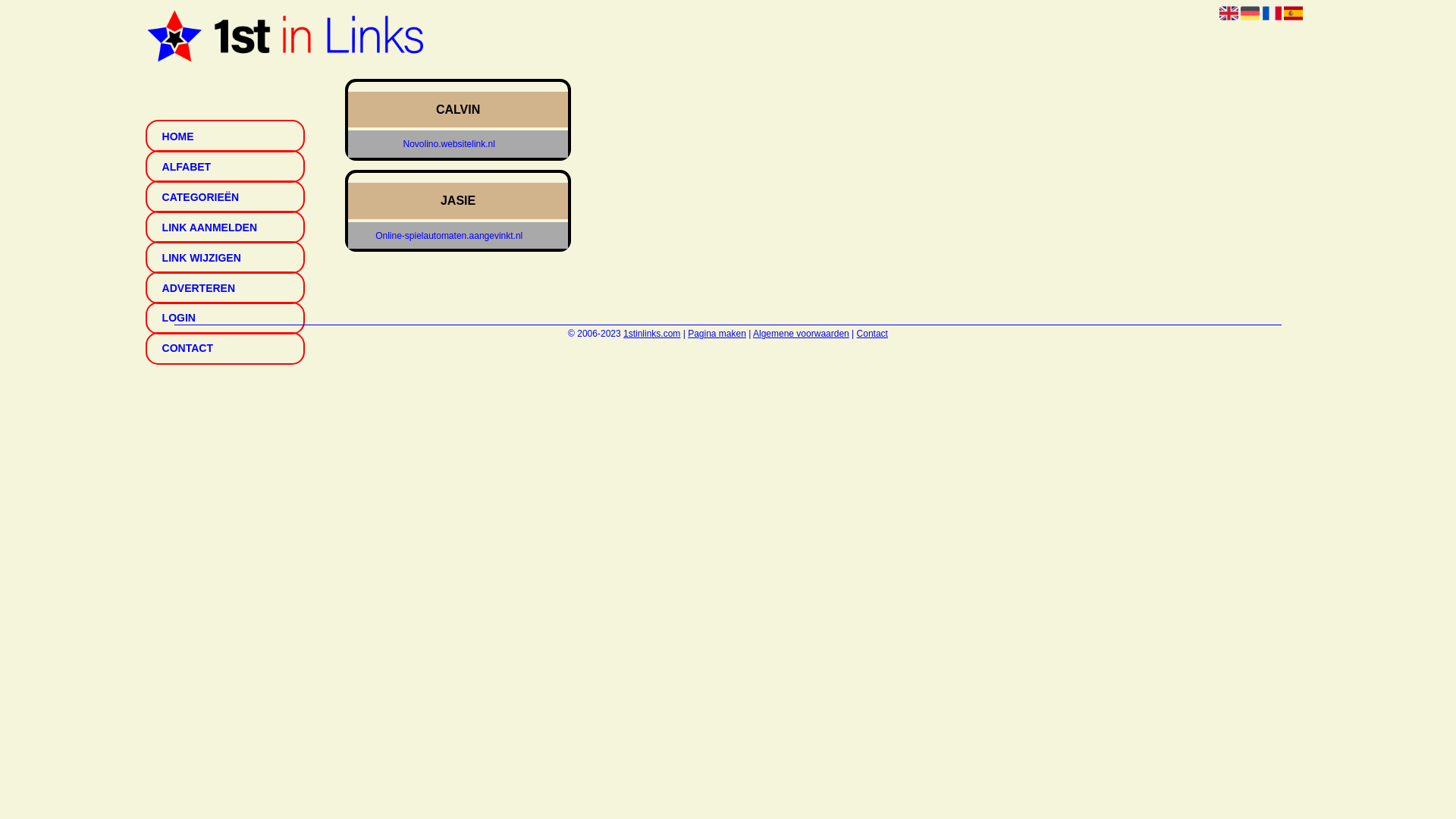 Image resolution: width=1456 pixels, height=819 pixels. What do you see at coordinates (224, 227) in the screenshot?
I see `'LINK AANMELDEN'` at bounding box center [224, 227].